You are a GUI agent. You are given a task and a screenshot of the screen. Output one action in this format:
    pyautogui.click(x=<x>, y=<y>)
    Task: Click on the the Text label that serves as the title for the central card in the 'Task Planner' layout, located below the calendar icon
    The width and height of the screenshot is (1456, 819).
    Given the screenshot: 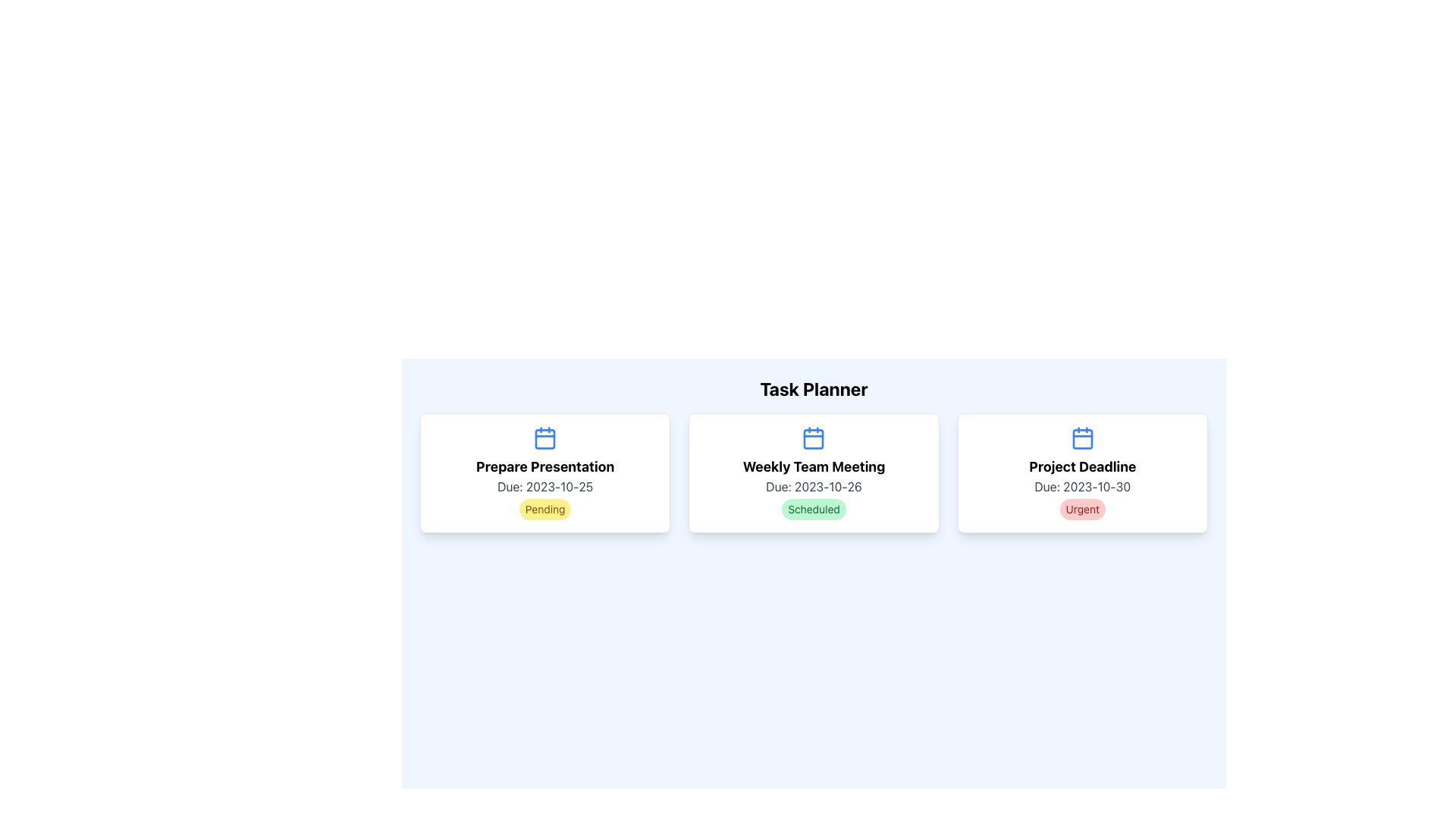 What is the action you would take?
    pyautogui.click(x=813, y=466)
    